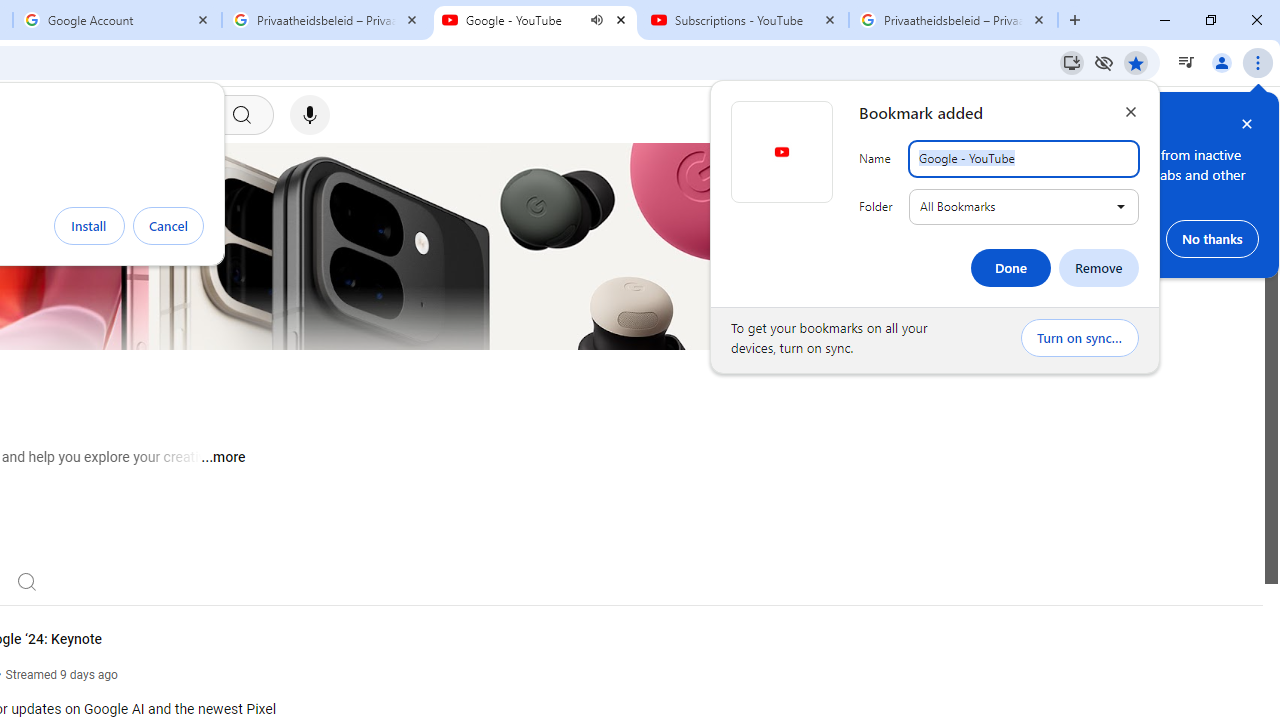  I want to click on 'No thanks', so click(1211, 238).